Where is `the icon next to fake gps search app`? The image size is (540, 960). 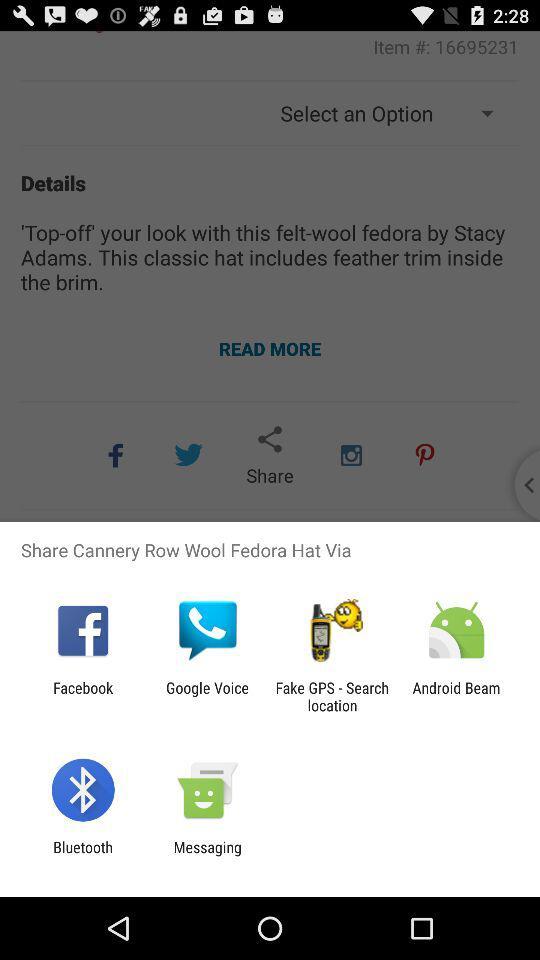 the icon next to fake gps search app is located at coordinates (456, 696).